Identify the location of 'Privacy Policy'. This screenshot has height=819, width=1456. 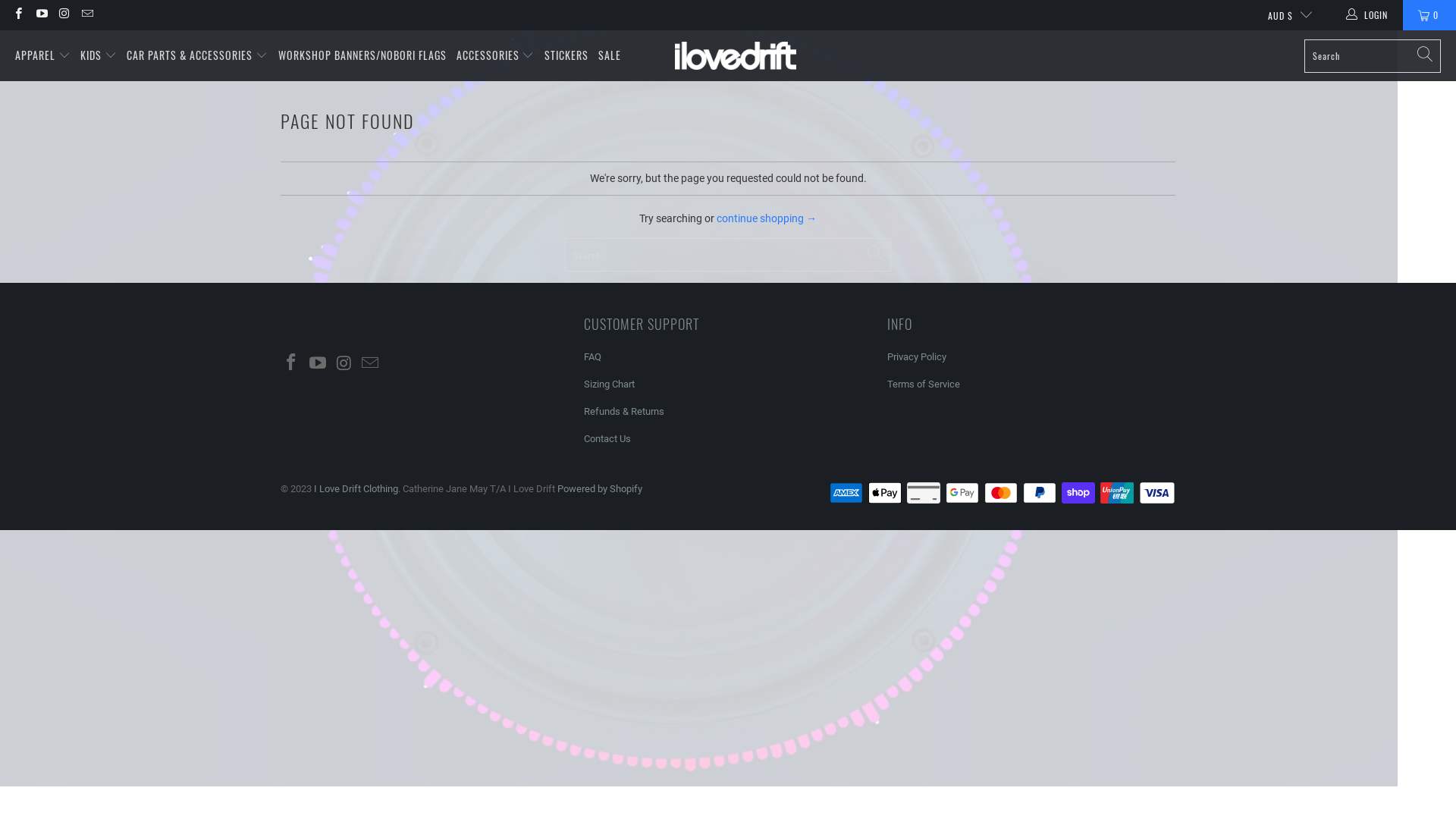
(887, 356).